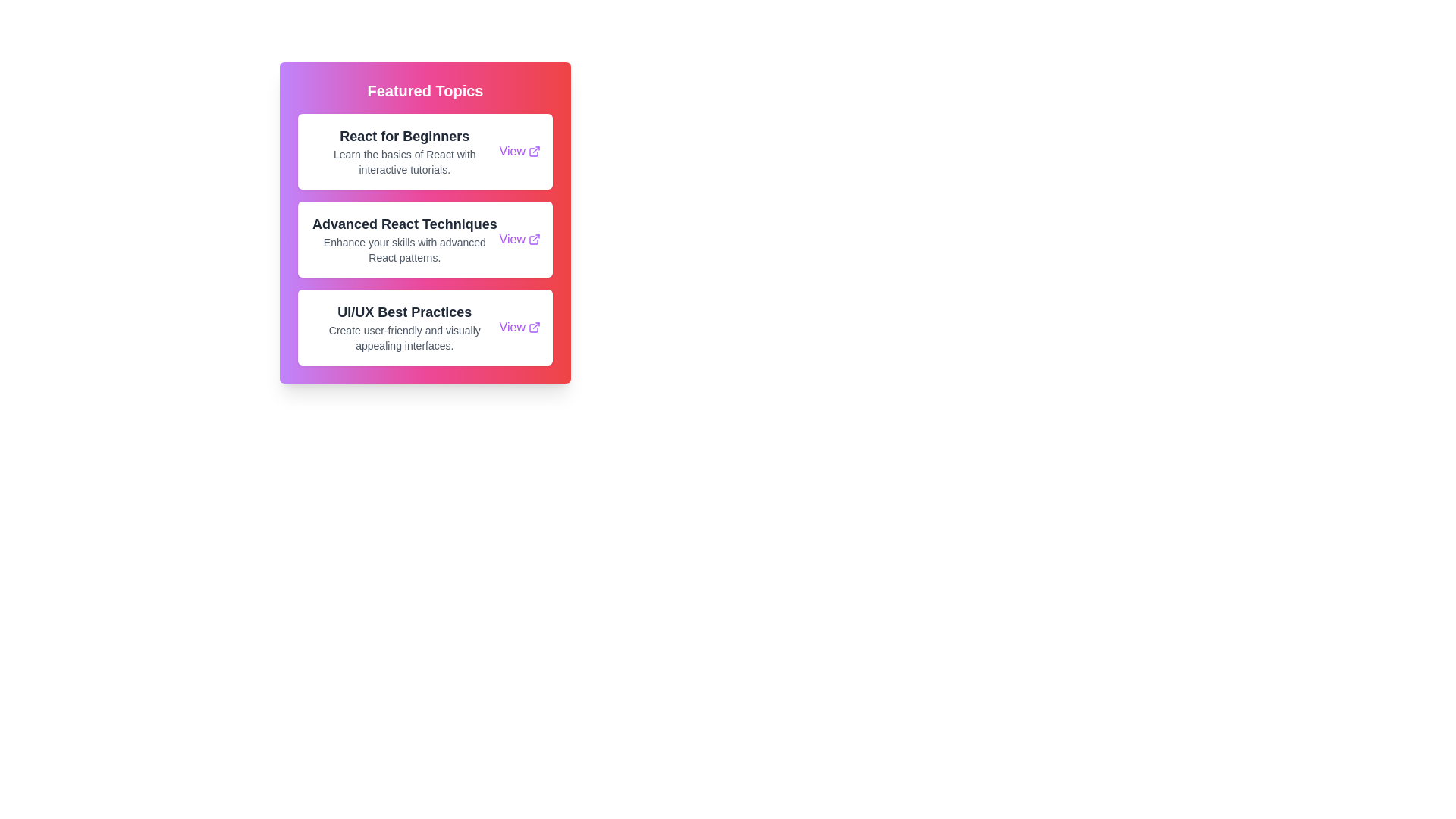  What do you see at coordinates (512, 152) in the screenshot?
I see `the 'View' text label, which is styled as a hyperlink in purple font, located to the right of the topic description for 'React for Beginners'` at bounding box center [512, 152].